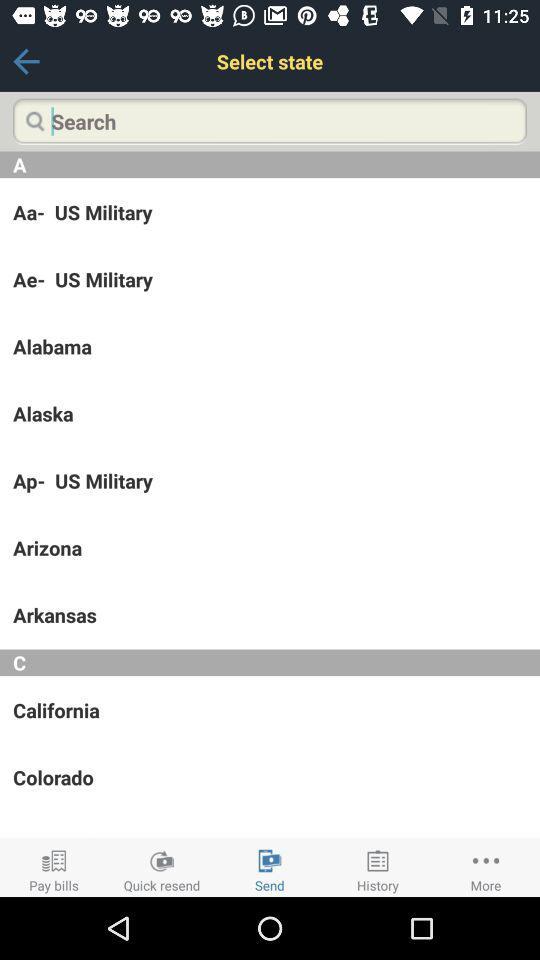 The width and height of the screenshot is (540, 960). I want to click on the app above ap-  us military icon, so click(270, 412).